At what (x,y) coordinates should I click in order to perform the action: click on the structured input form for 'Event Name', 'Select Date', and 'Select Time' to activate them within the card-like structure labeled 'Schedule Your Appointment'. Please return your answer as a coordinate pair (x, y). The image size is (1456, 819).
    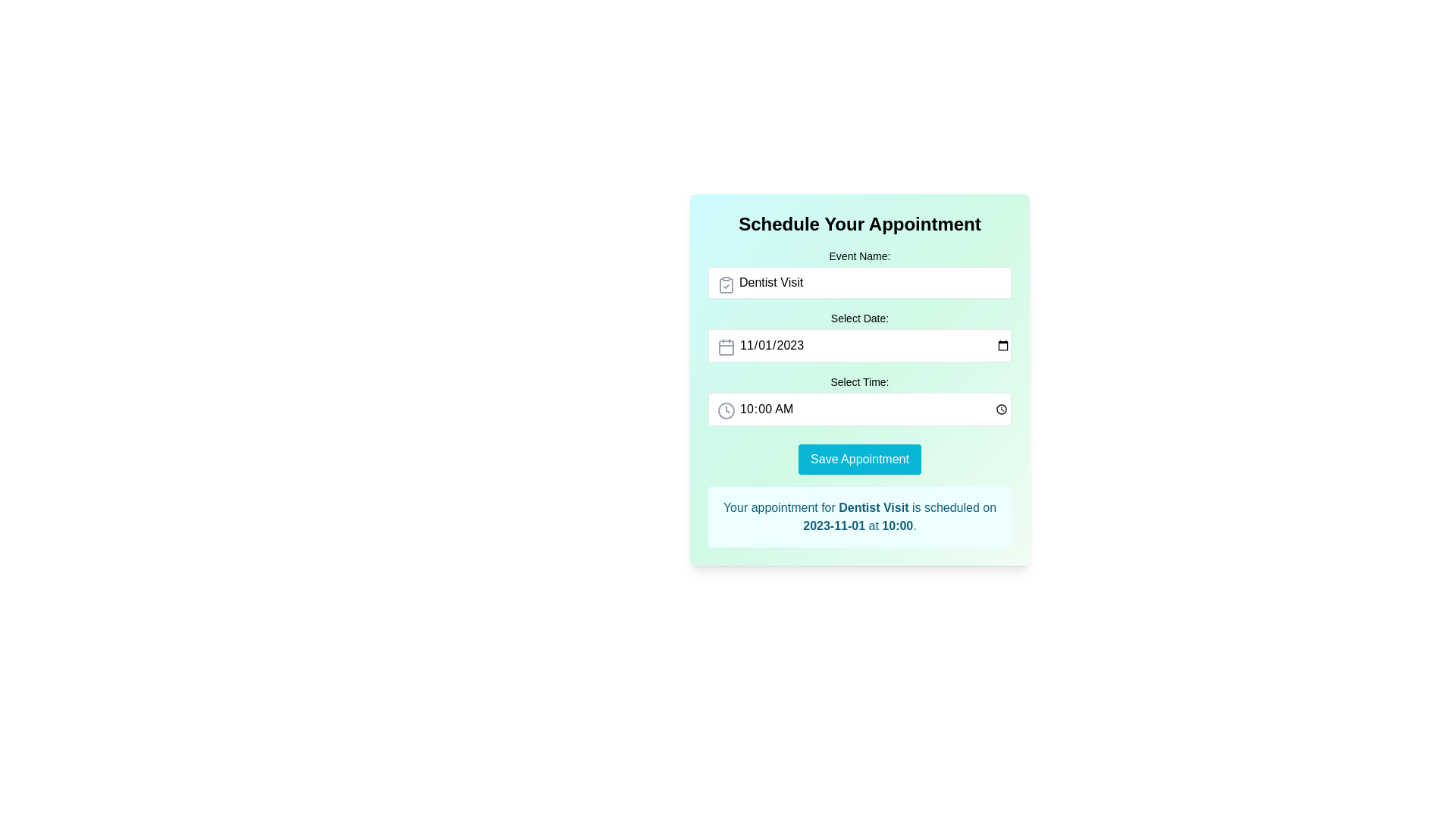
    Looking at the image, I should click on (859, 379).